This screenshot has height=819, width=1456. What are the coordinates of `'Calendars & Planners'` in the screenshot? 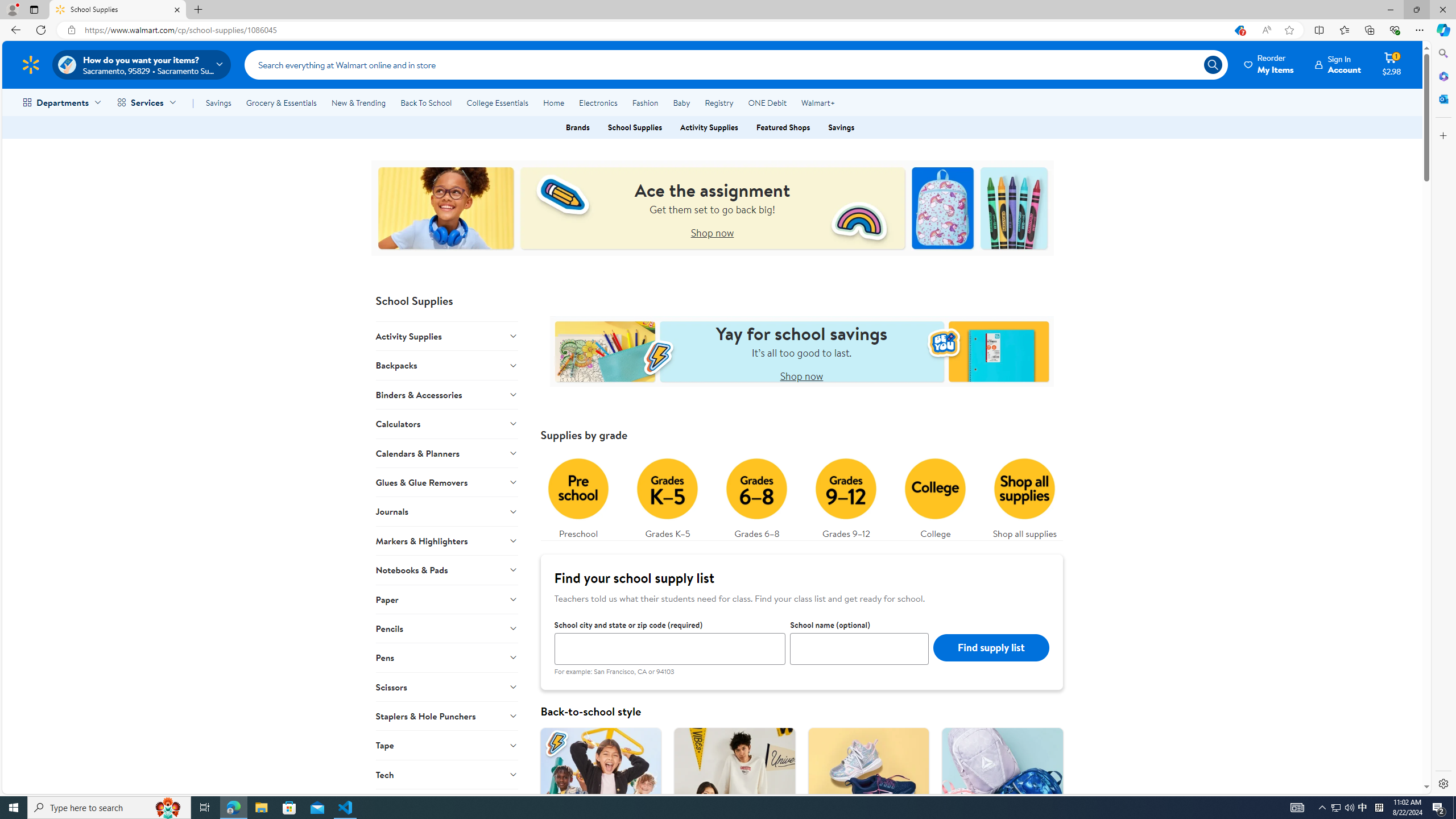 It's located at (446, 453).